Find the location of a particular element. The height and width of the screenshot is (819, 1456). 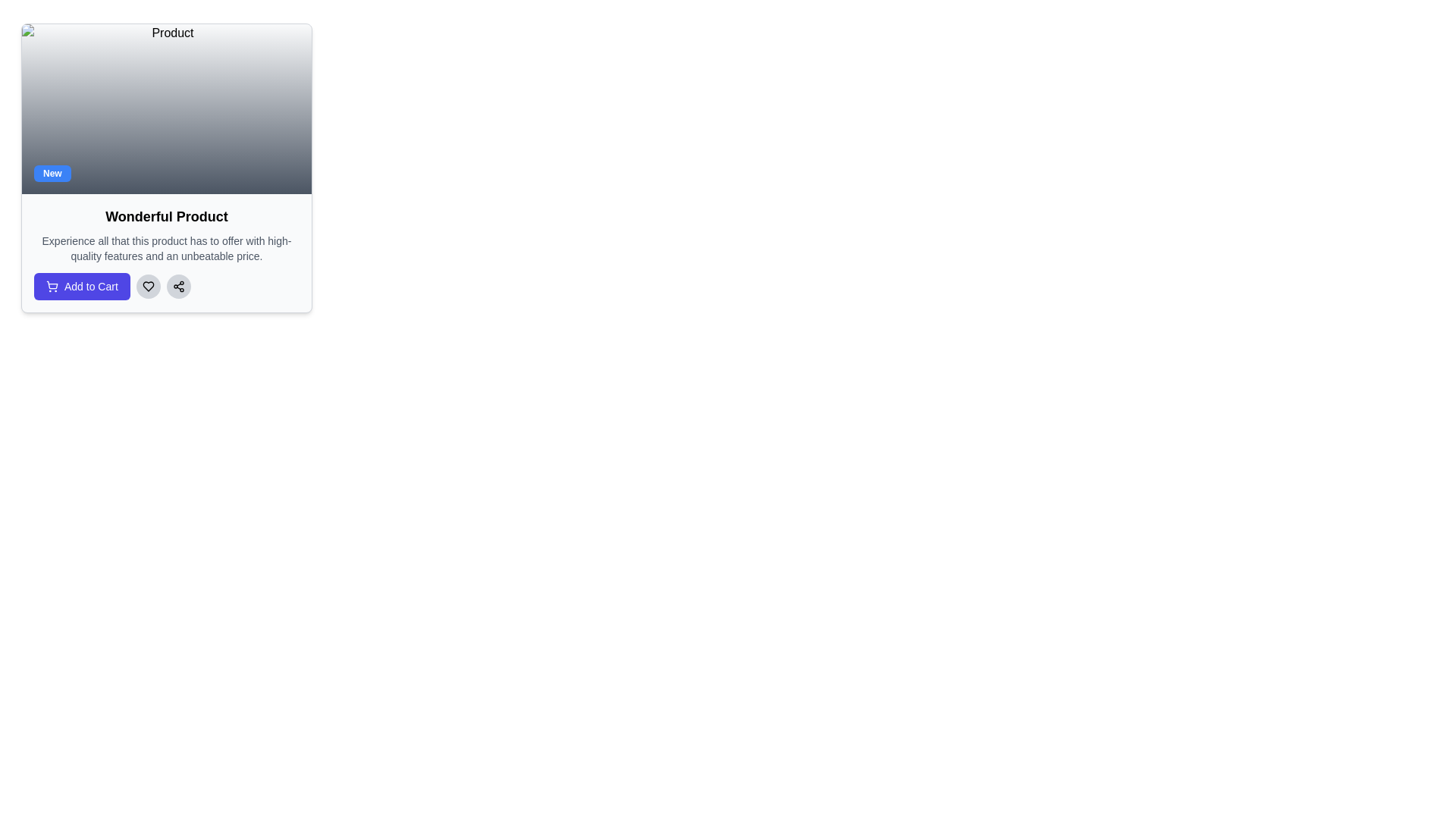

the share icon, which is represented by three circles connected by lines in a black outline on a light gray circular background, located in the bottom section of a product card is located at coordinates (178, 287).